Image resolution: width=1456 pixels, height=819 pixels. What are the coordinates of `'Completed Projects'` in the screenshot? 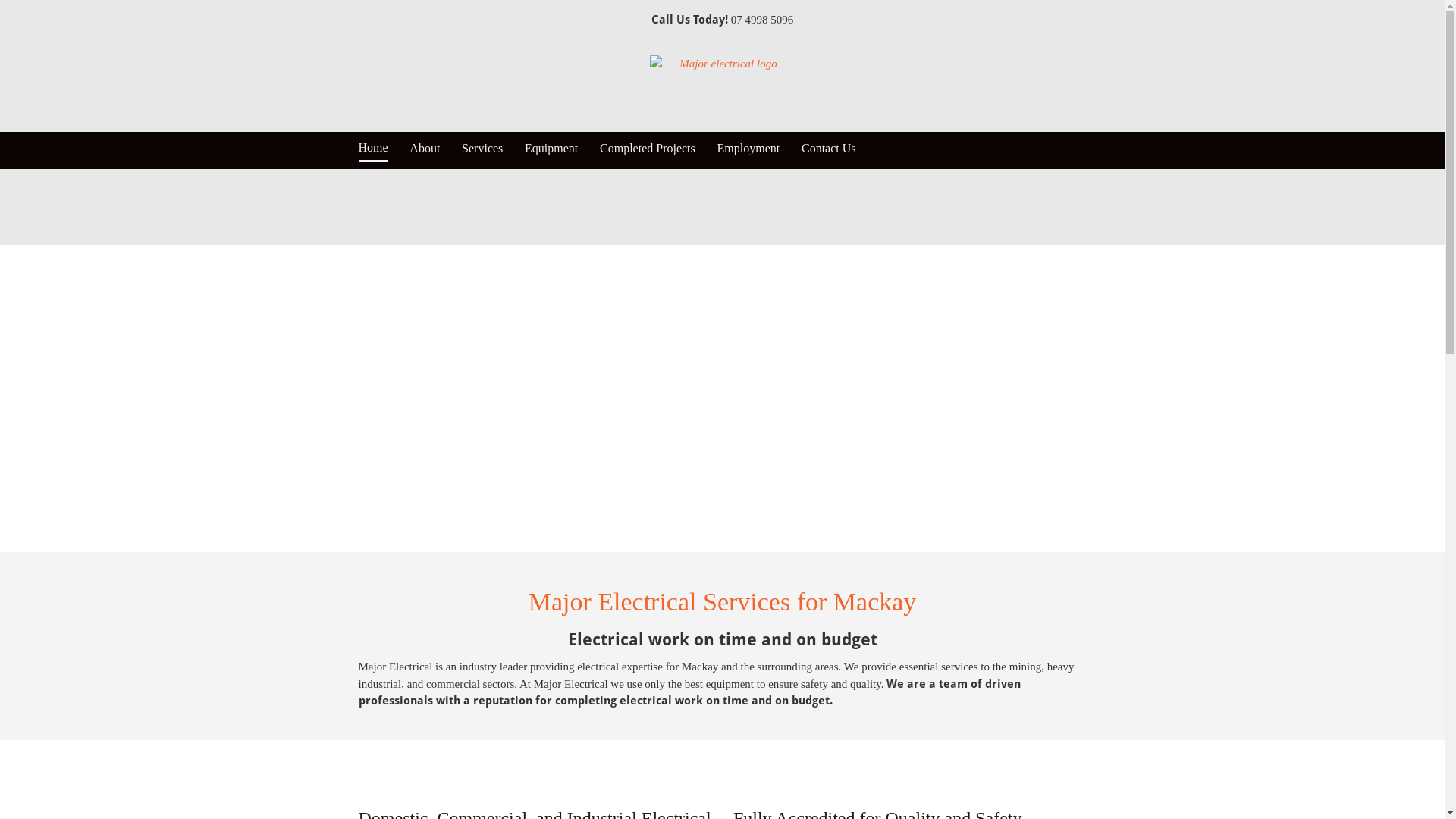 It's located at (648, 149).